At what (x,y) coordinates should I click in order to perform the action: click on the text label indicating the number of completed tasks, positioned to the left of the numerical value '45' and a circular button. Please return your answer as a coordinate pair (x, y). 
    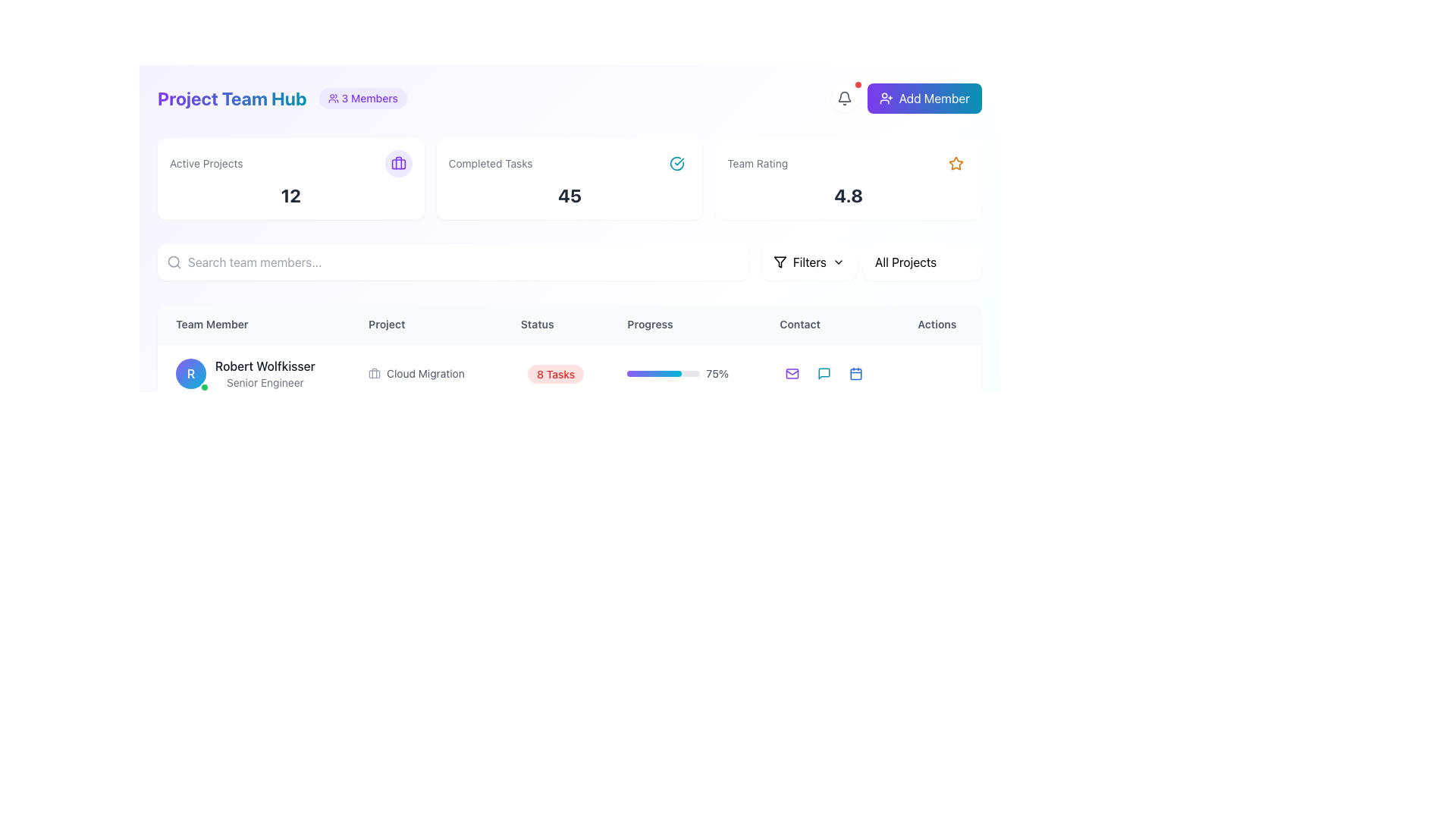
    Looking at the image, I should click on (491, 164).